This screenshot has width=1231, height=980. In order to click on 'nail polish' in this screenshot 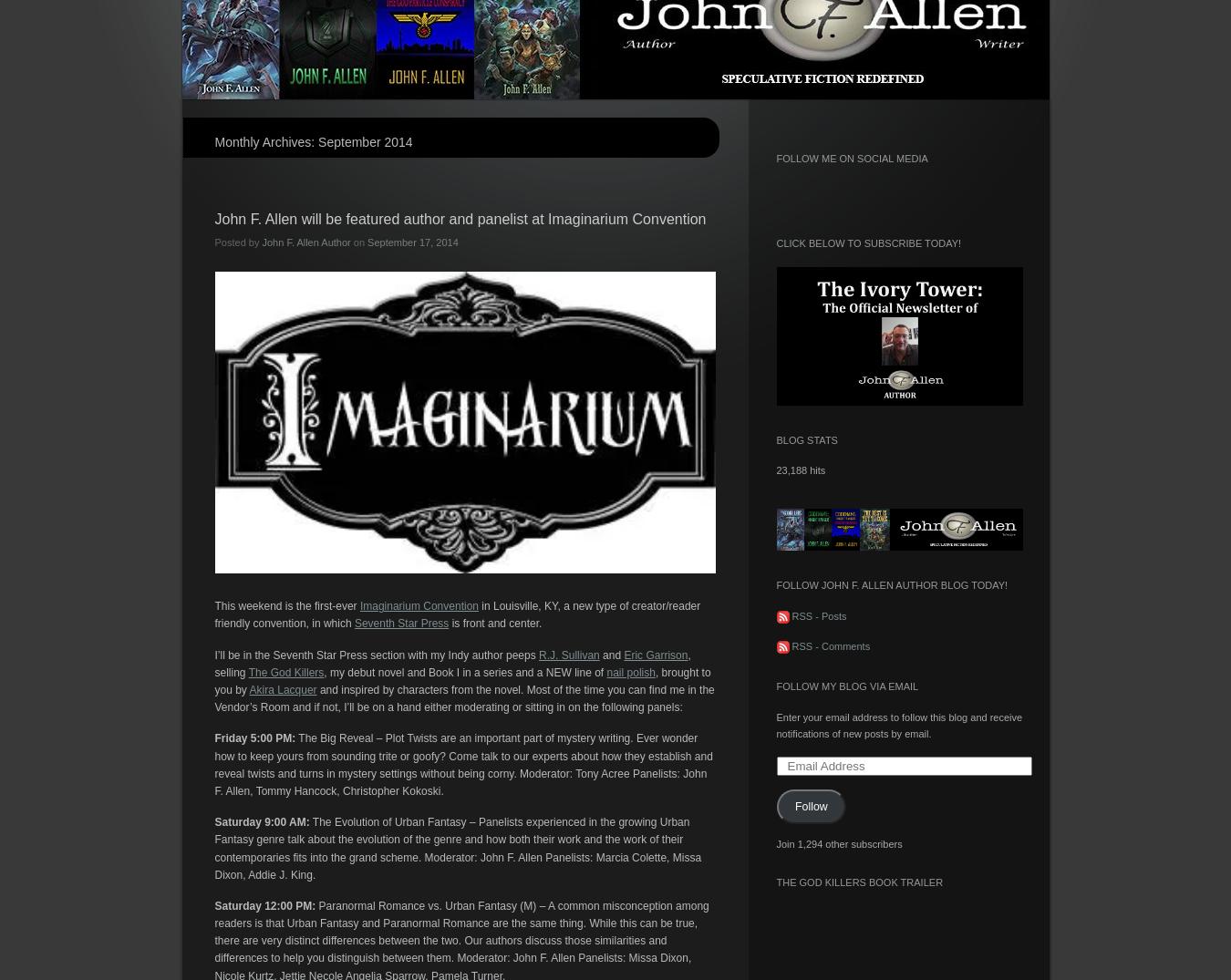, I will do `click(606, 672)`.